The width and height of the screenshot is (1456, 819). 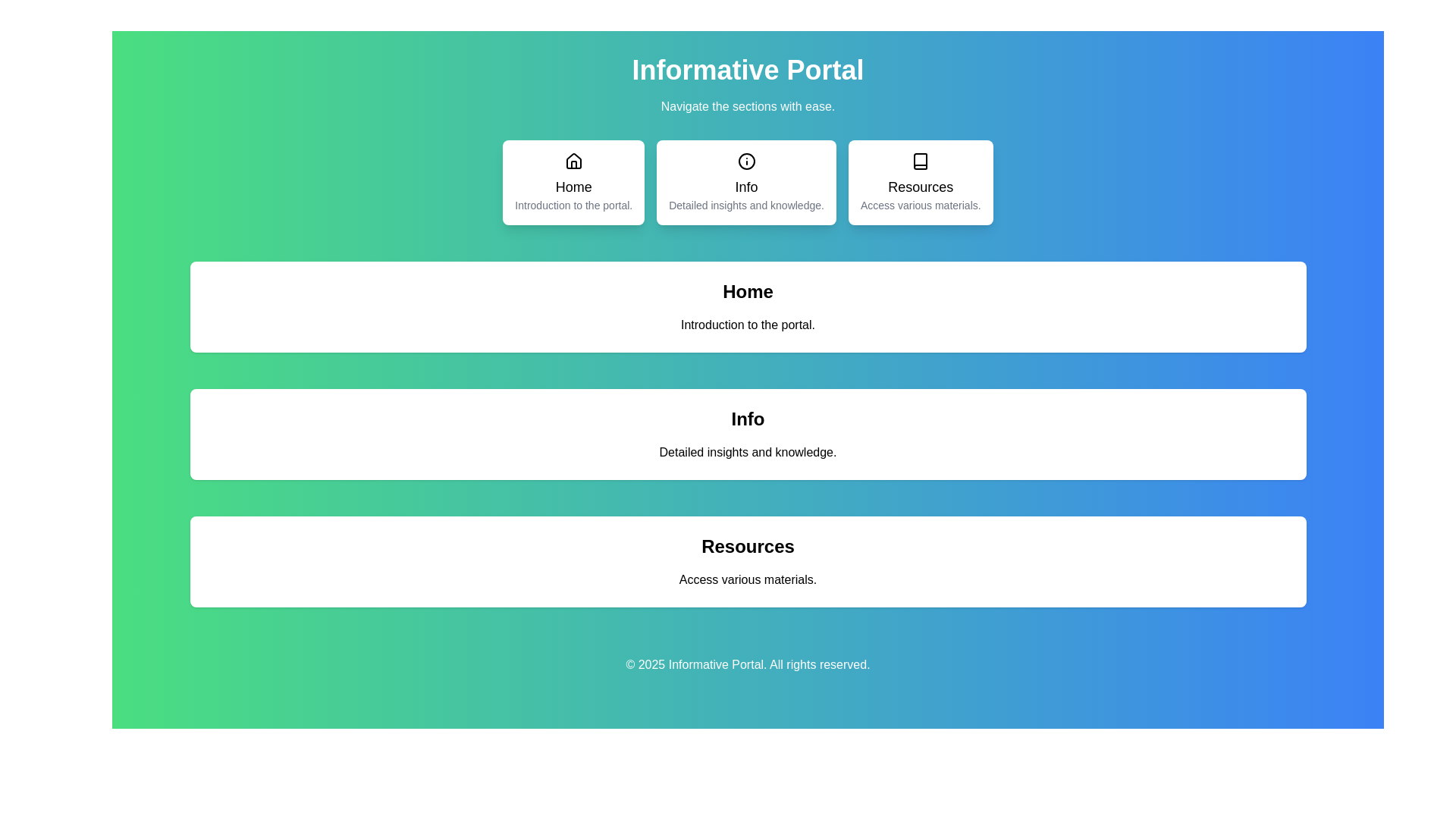 I want to click on the text element that contains 'Introduction to the portal.' which is located beneath the 'Home' title and house icon in the top-center card layout, so click(x=573, y=205).